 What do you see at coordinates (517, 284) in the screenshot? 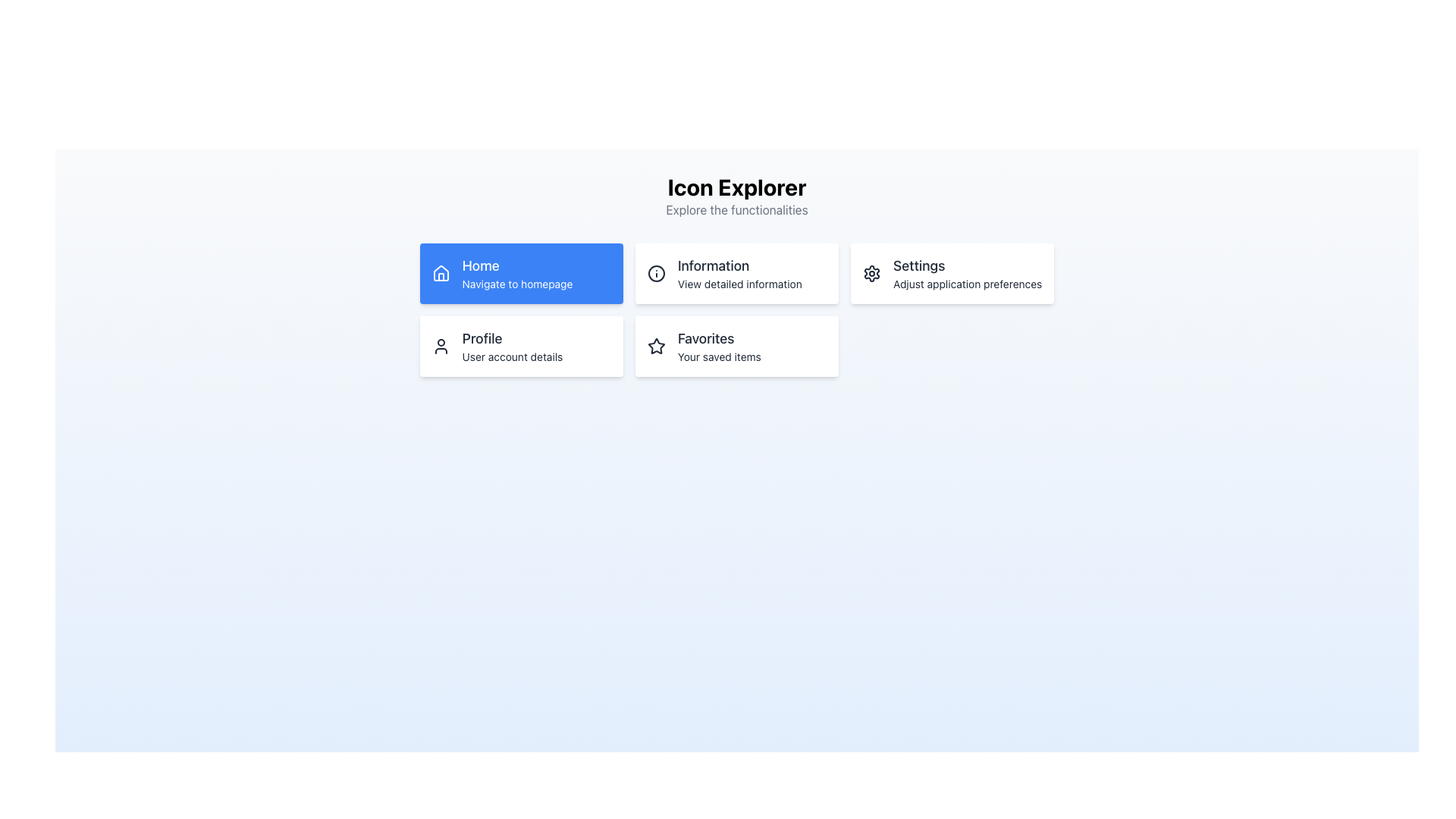
I see `the descriptive subtitle text label located below the 'Home' text element in the highlighted blue card titled 'Home'` at bounding box center [517, 284].